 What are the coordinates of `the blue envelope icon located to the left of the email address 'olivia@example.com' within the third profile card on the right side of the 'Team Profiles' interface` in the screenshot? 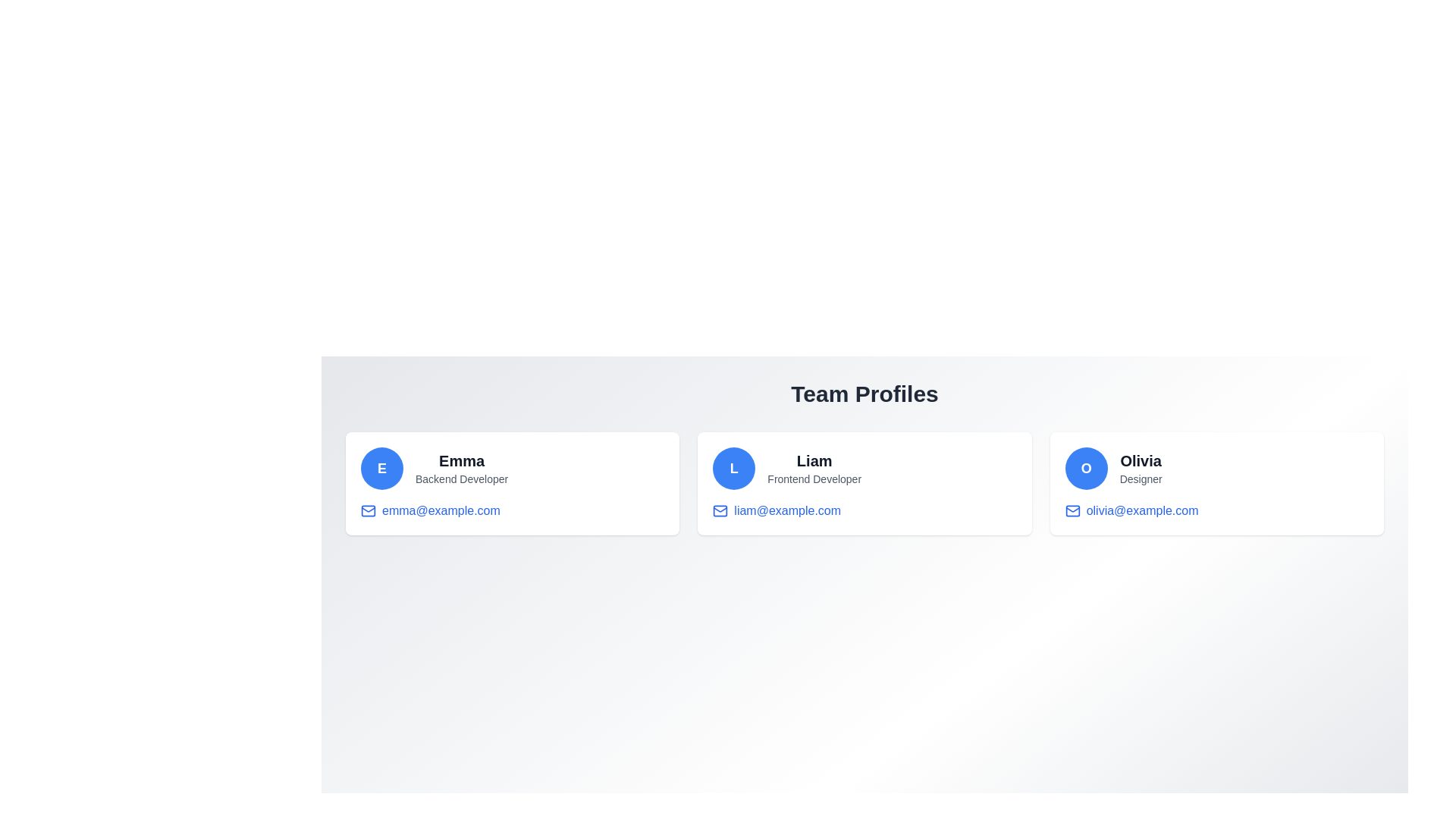 It's located at (1072, 511).